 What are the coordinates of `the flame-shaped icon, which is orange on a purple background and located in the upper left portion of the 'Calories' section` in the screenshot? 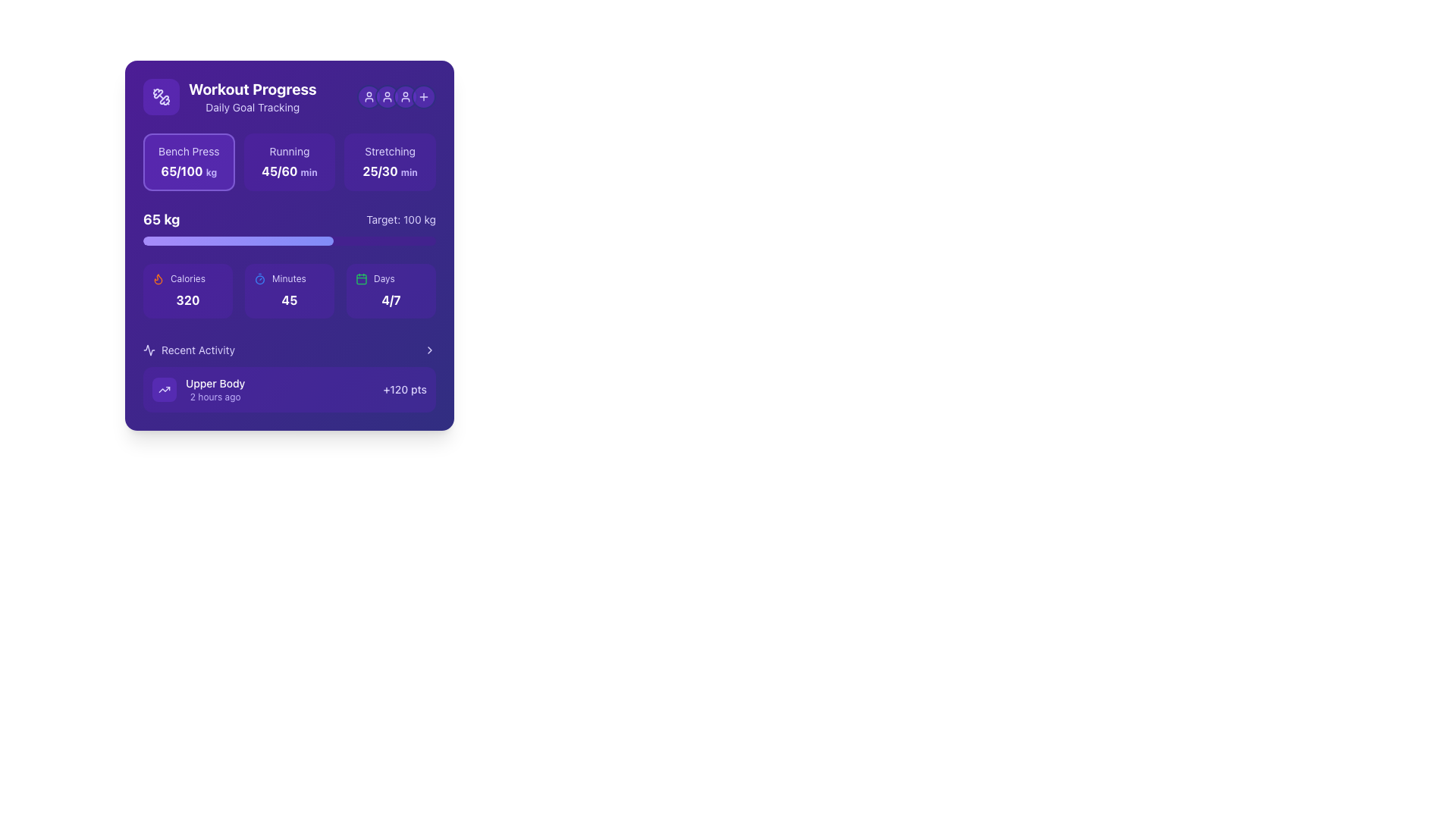 It's located at (158, 278).